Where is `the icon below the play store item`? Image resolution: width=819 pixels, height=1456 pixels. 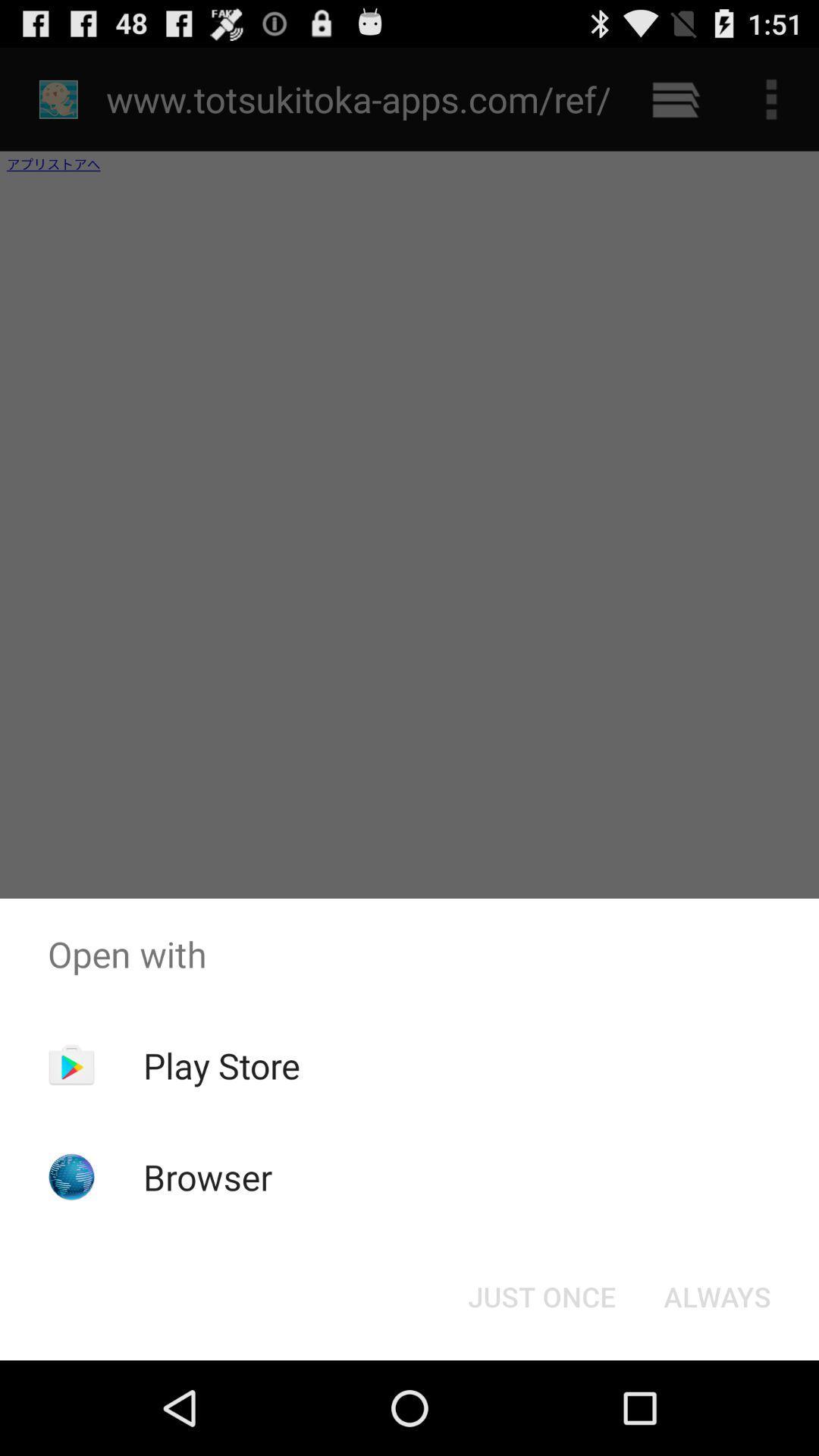 the icon below the play store item is located at coordinates (208, 1176).